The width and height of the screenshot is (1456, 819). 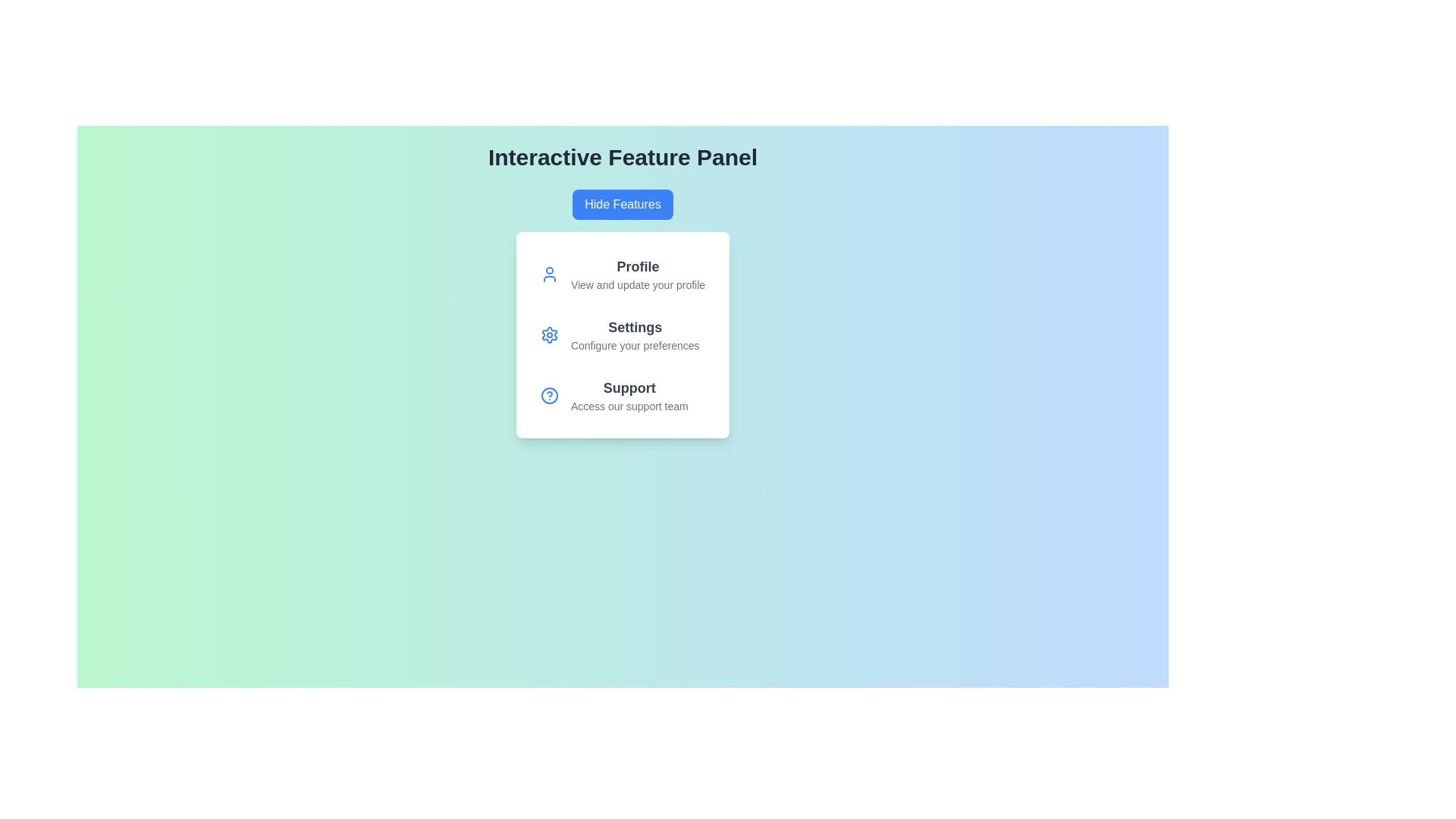 What do you see at coordinates (623, 205) in the screenshot?
I see `'Hide Features' button to toggle the visibility of the feature menu` at bounding box center [623, 205].